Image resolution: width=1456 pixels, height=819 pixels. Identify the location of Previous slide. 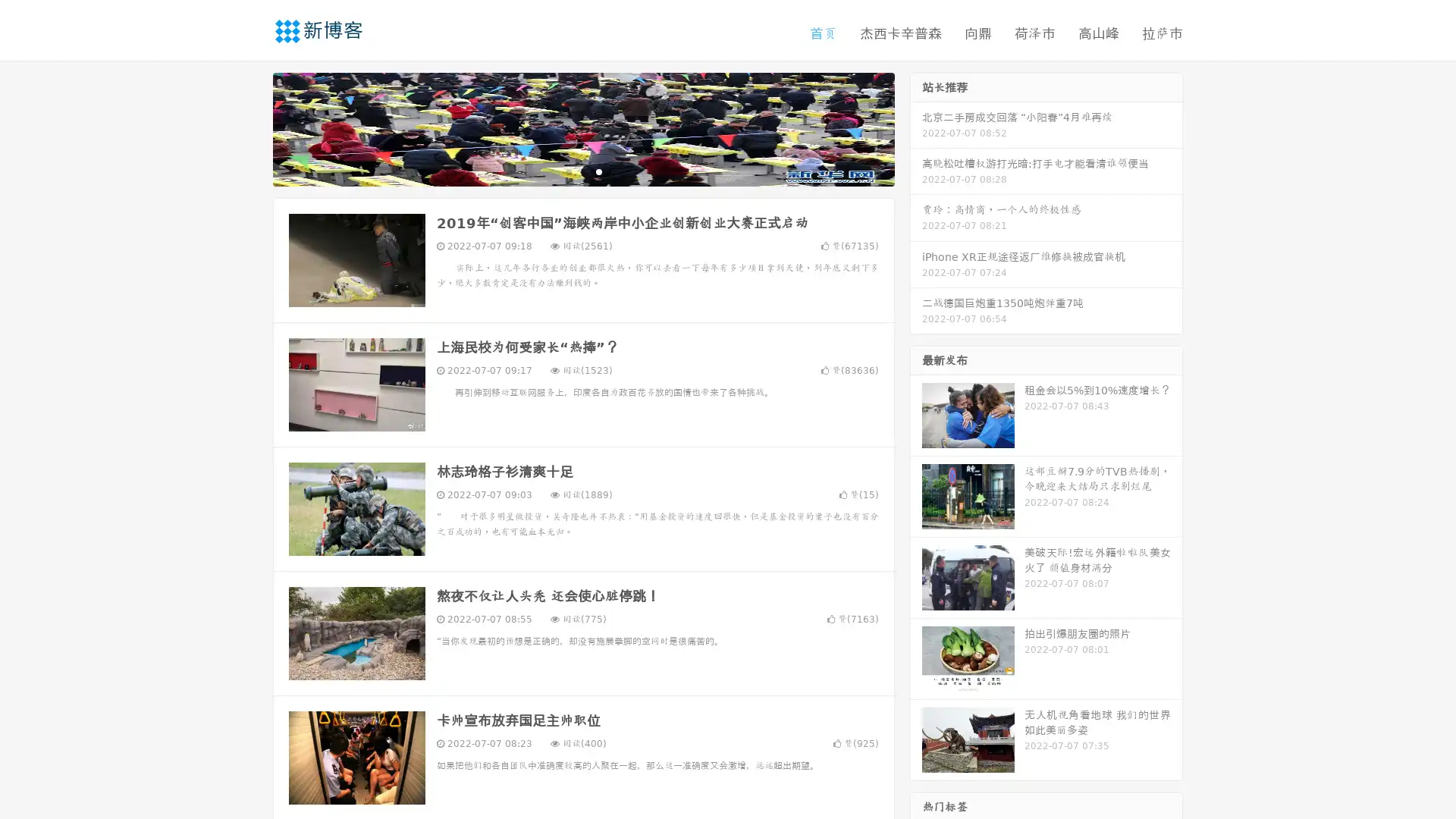
(250, 127).